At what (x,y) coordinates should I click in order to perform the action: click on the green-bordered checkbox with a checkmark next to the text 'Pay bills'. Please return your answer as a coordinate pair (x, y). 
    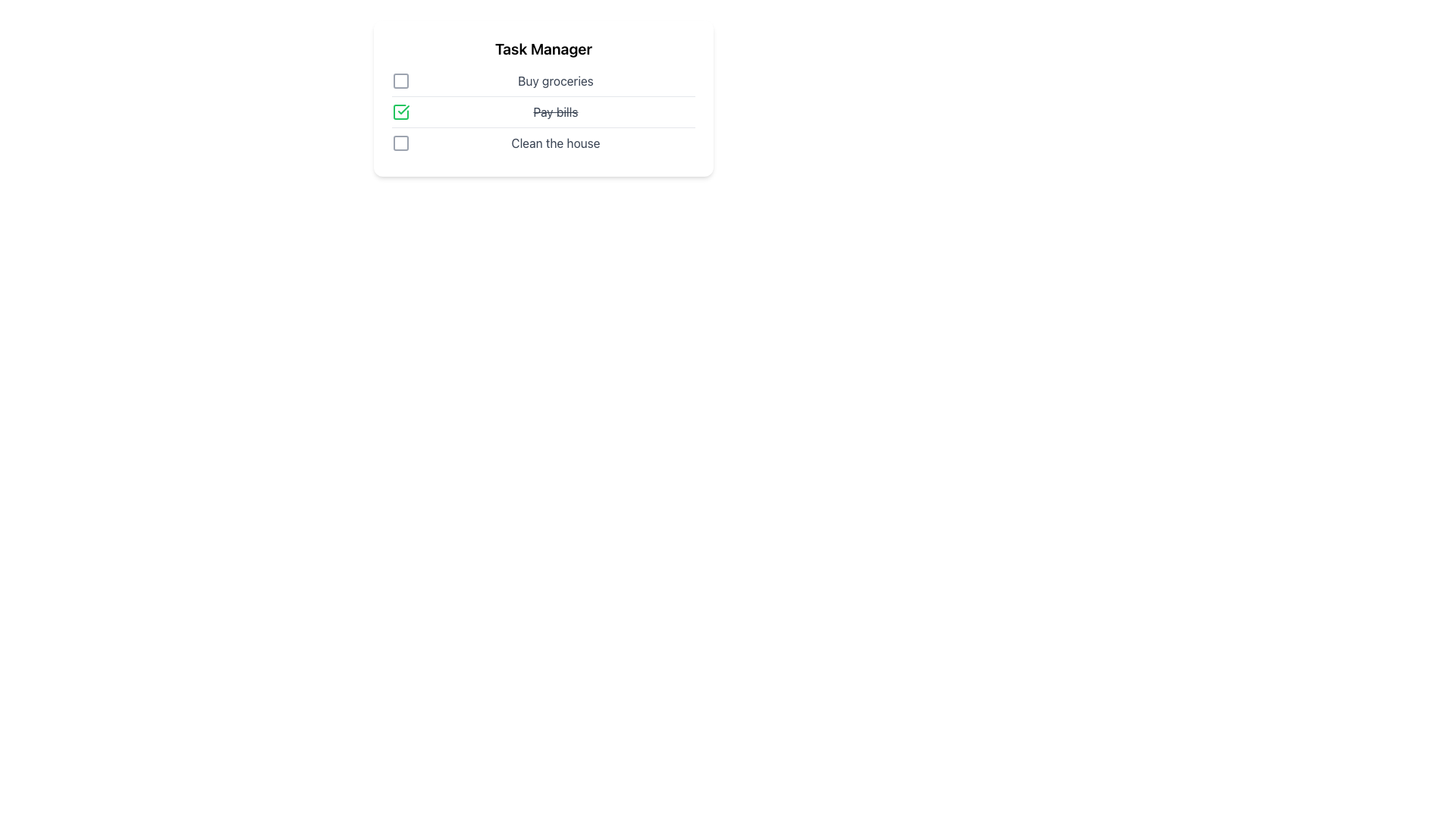
    Looking at the image, I should click on (400, 111).